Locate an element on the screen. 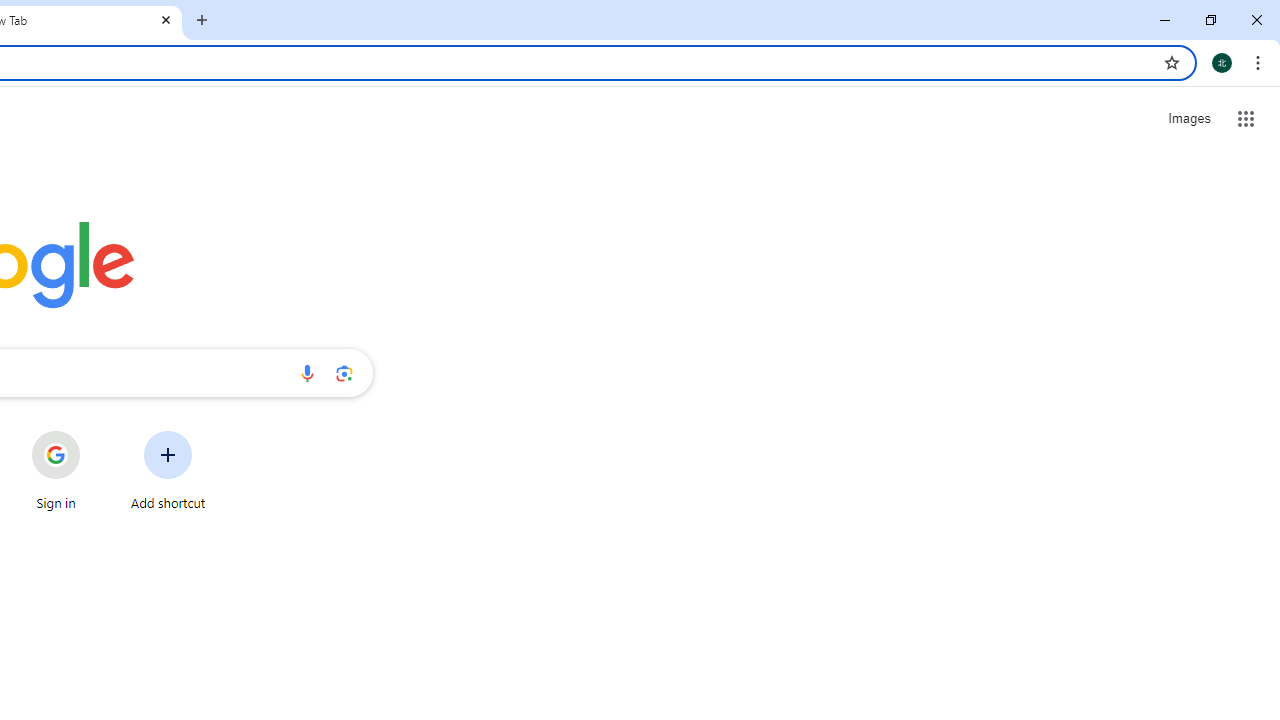  'Add shortcut' is located at coordinates (168, 470).